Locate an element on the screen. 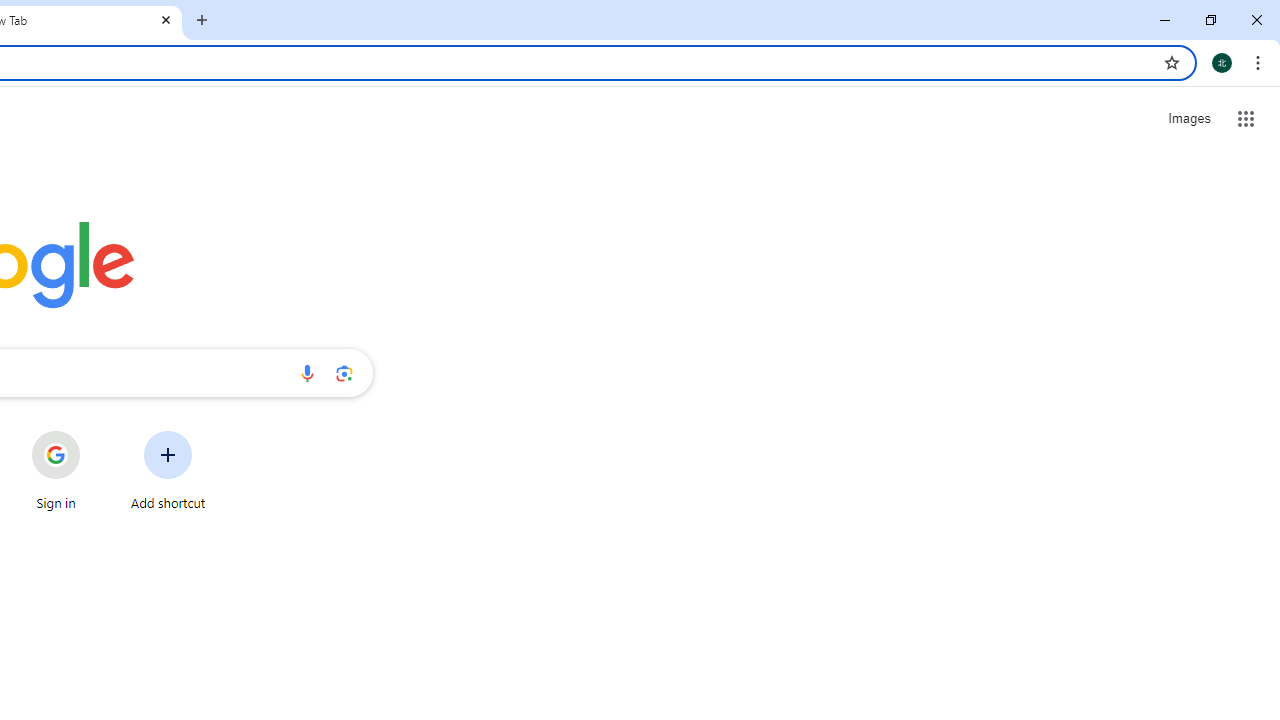  'Add shortcut' is located at coordinates (168, 470).